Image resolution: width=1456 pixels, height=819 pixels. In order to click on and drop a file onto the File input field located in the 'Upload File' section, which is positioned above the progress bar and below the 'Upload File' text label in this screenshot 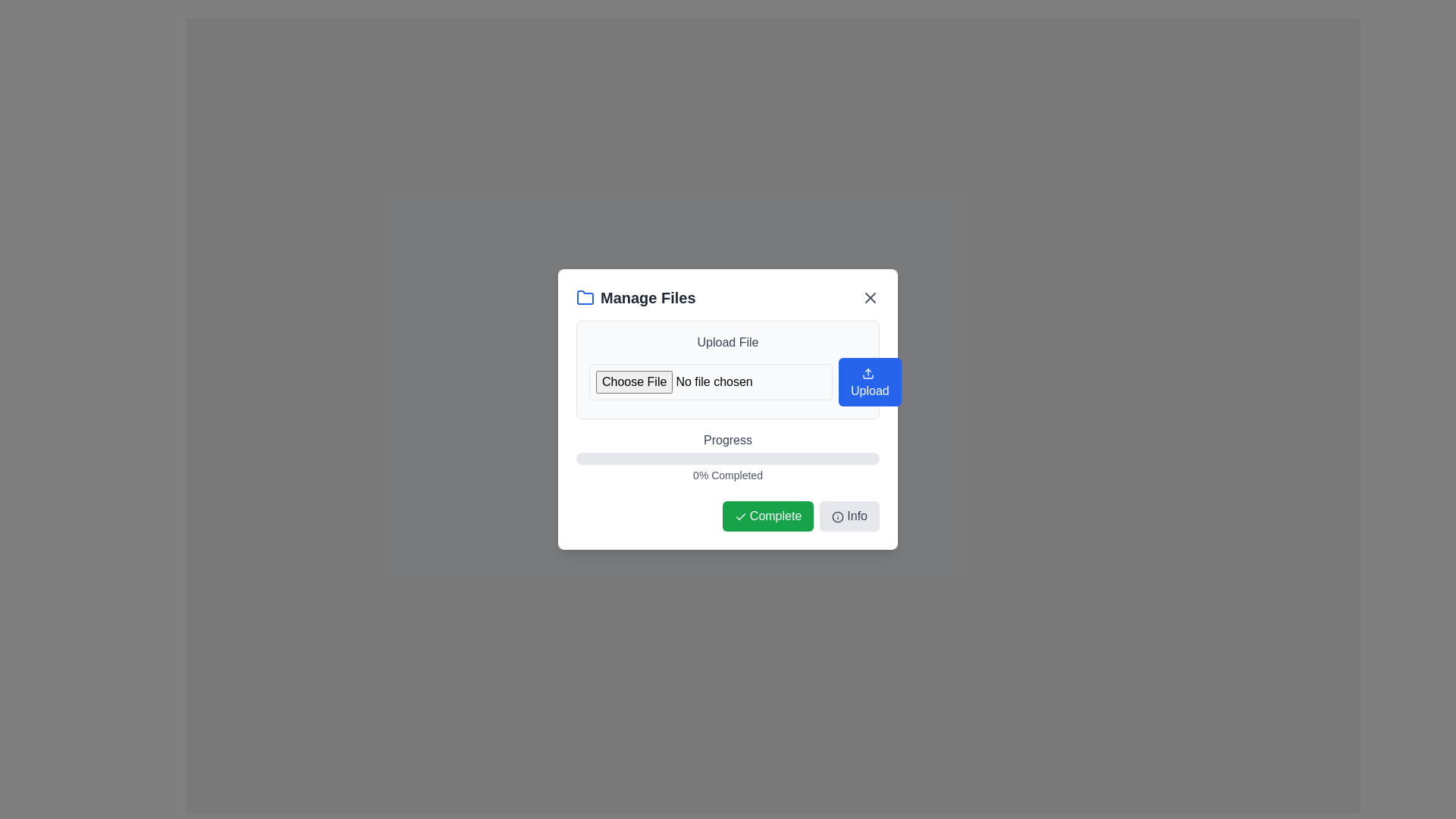, I will do `click(710, 381)`.